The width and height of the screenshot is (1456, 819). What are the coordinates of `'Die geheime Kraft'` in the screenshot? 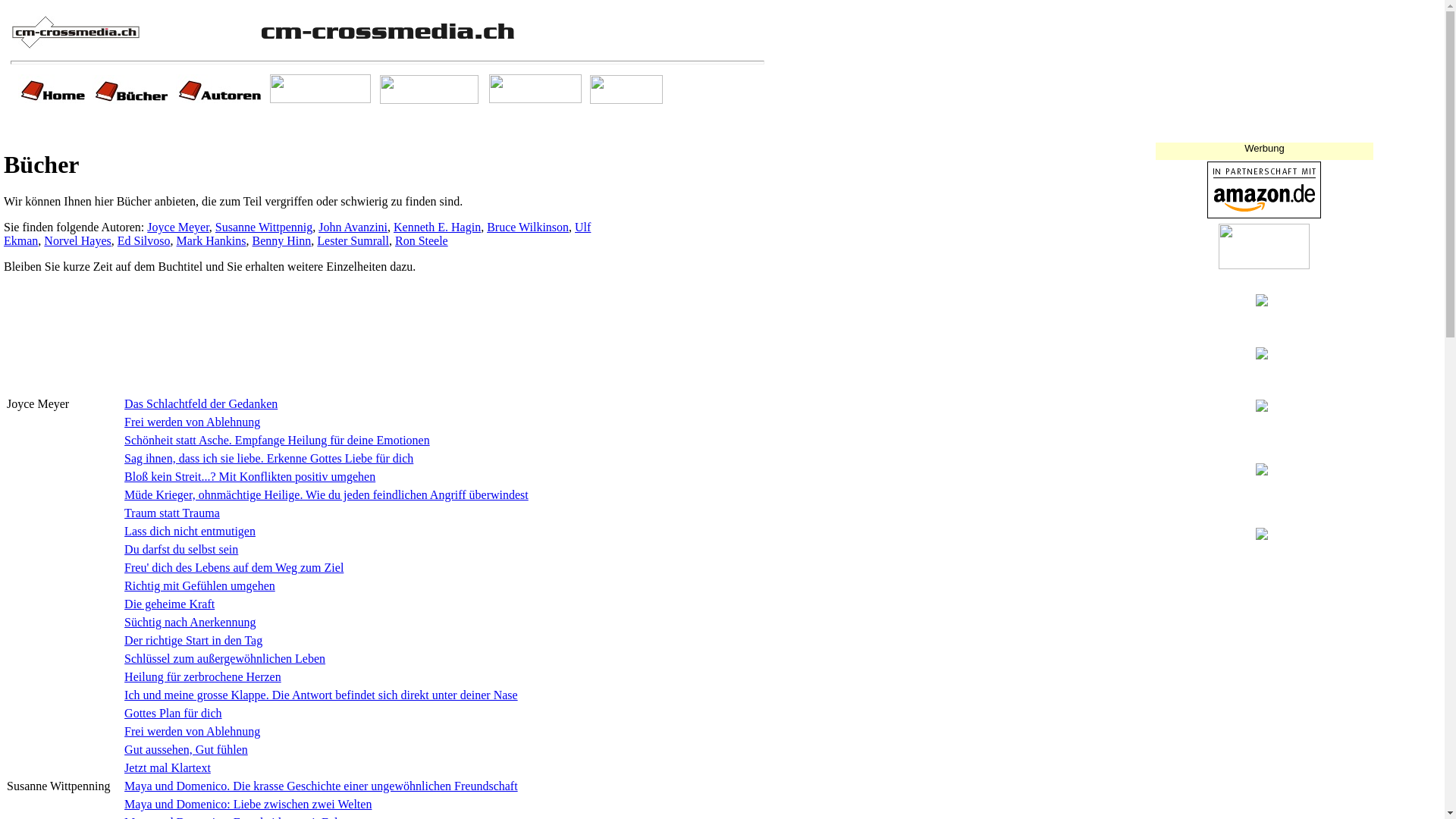 It's located at (169, 603).